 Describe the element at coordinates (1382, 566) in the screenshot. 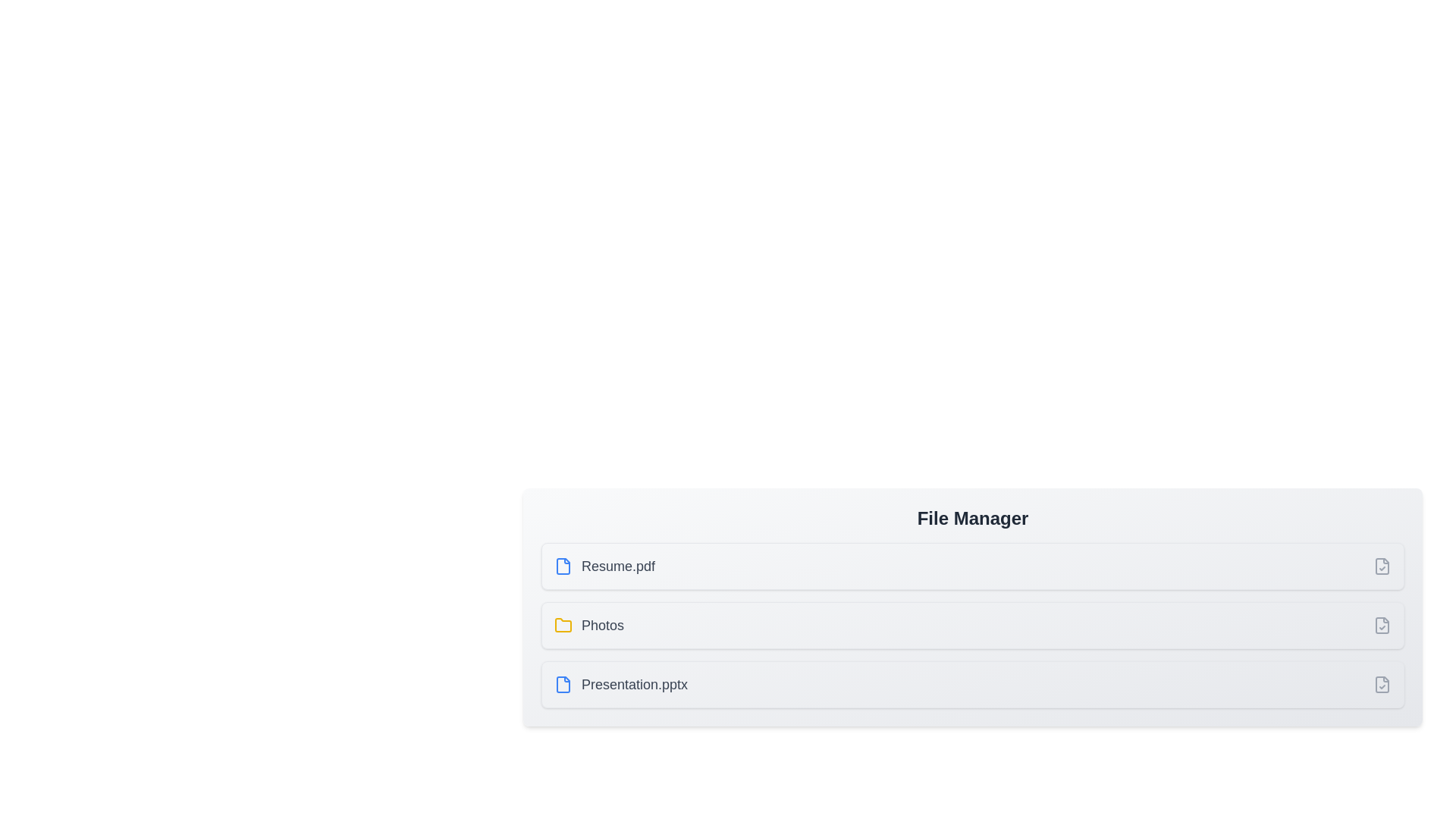

I see `the item corresponding to Resume.pdf by clicking its checkbox` at that location.